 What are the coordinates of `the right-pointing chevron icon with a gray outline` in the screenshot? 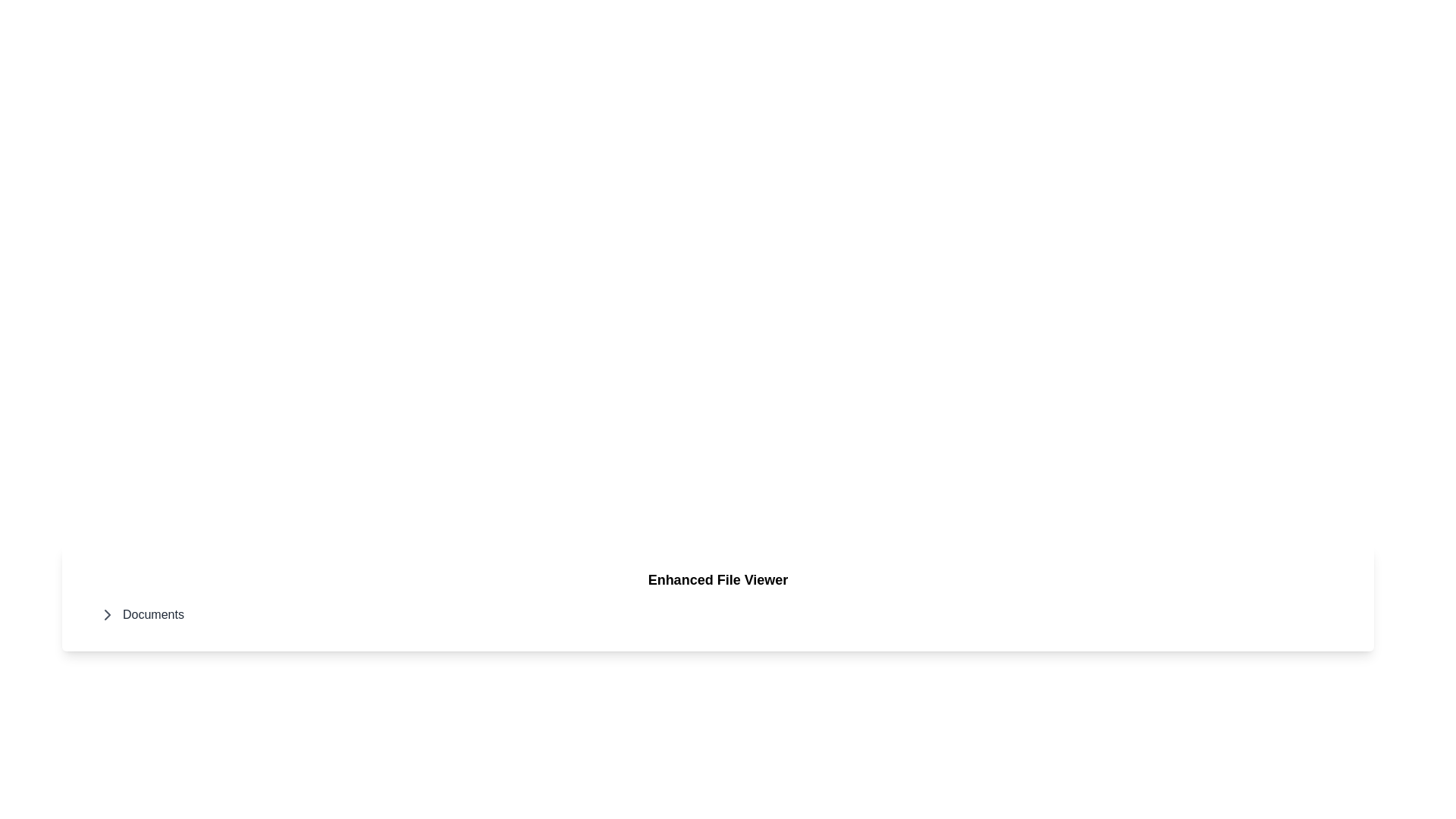 It's located at (107, 614).